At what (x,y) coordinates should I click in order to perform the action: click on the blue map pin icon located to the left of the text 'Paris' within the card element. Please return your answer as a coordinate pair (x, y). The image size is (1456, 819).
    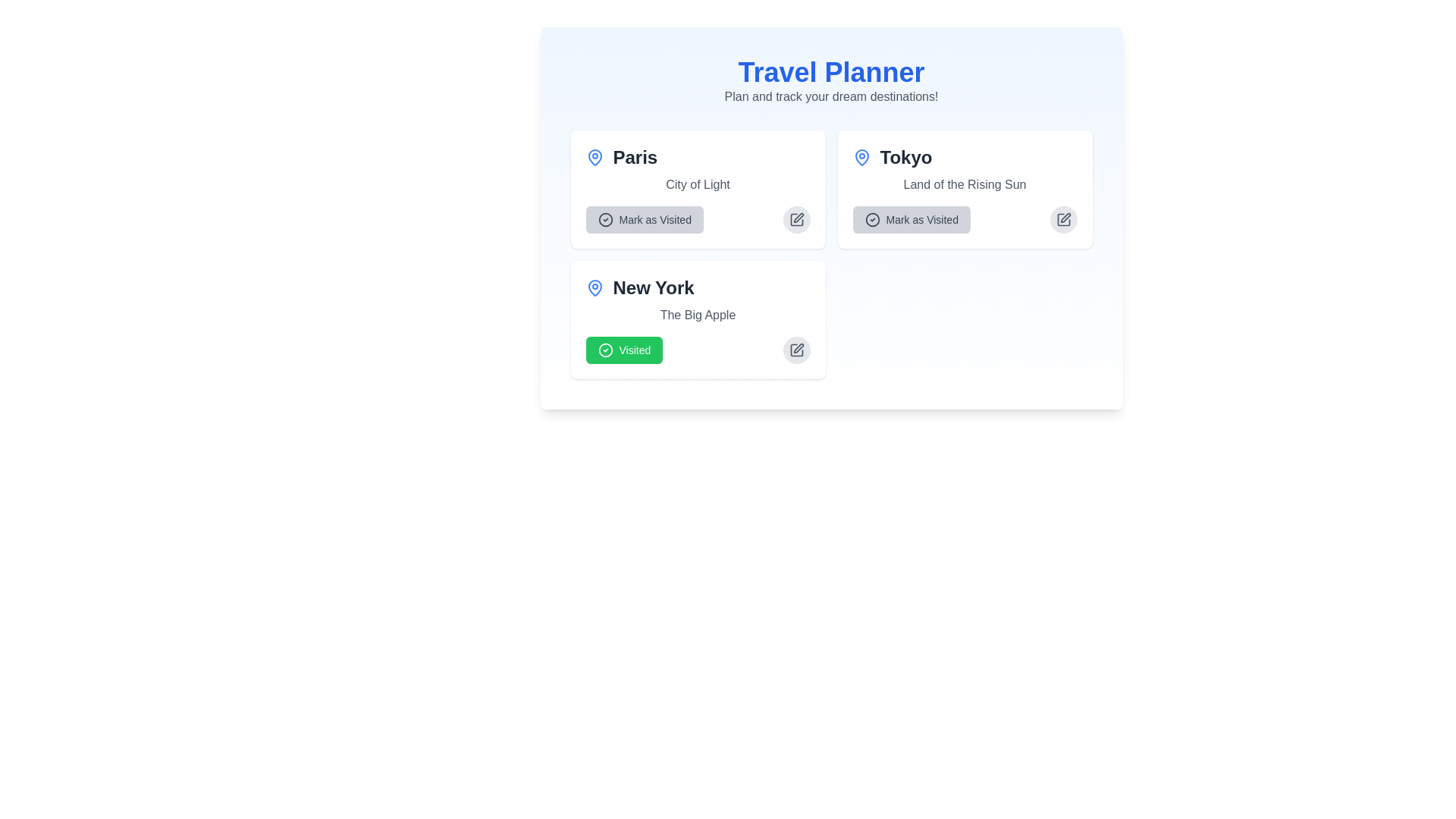
    Looking at the image, I should click on (594, 158).